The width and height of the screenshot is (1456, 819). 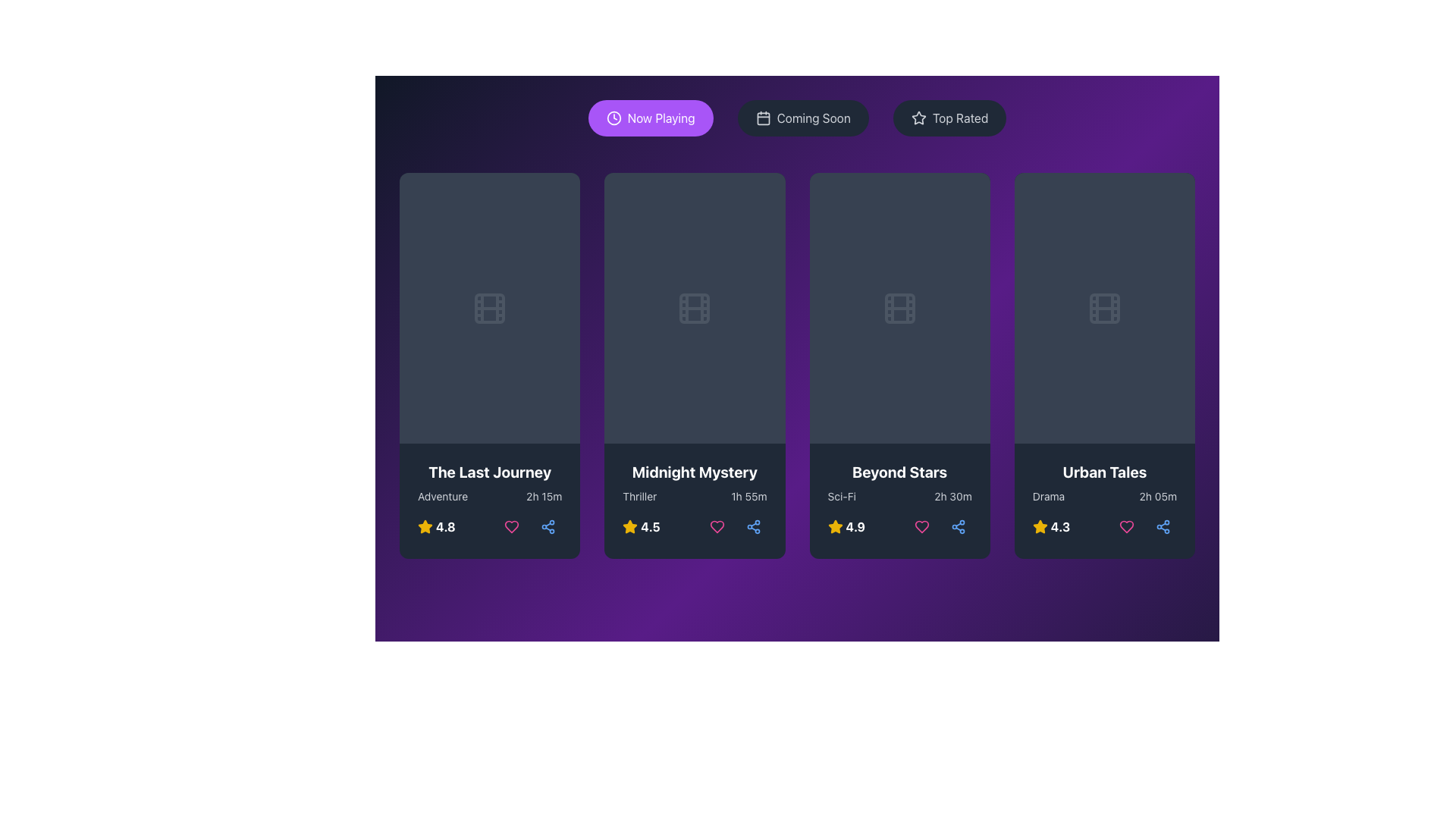 I want to click on the heart-shaped button with a pink outline, which is the second item in the horizontal row of icons below the movie card titled 'Midnight Mystery', so click(x=716, y=526).